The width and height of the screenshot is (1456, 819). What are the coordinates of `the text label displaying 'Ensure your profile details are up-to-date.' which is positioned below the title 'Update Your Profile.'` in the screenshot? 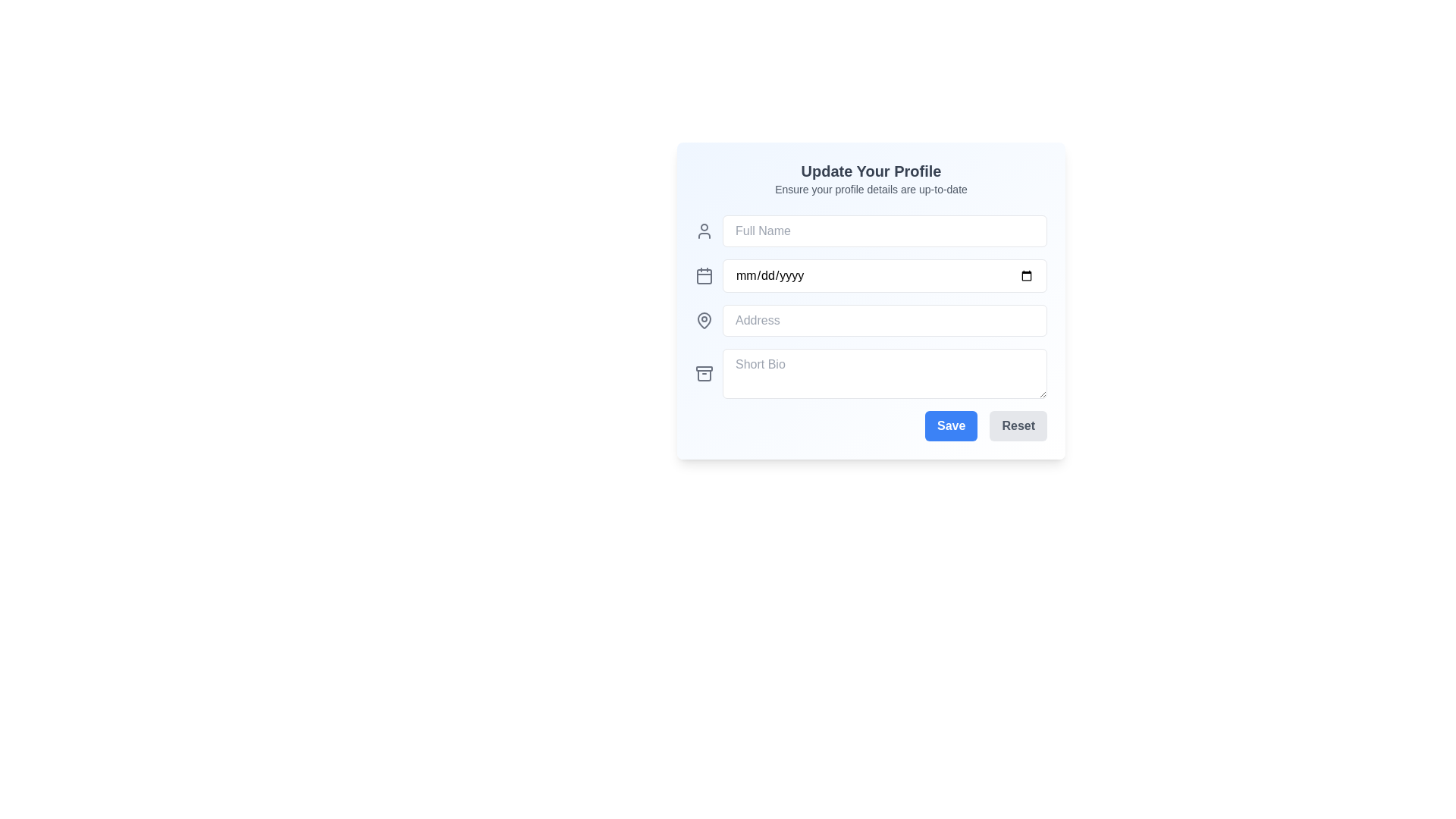 It's located at (871, 189).